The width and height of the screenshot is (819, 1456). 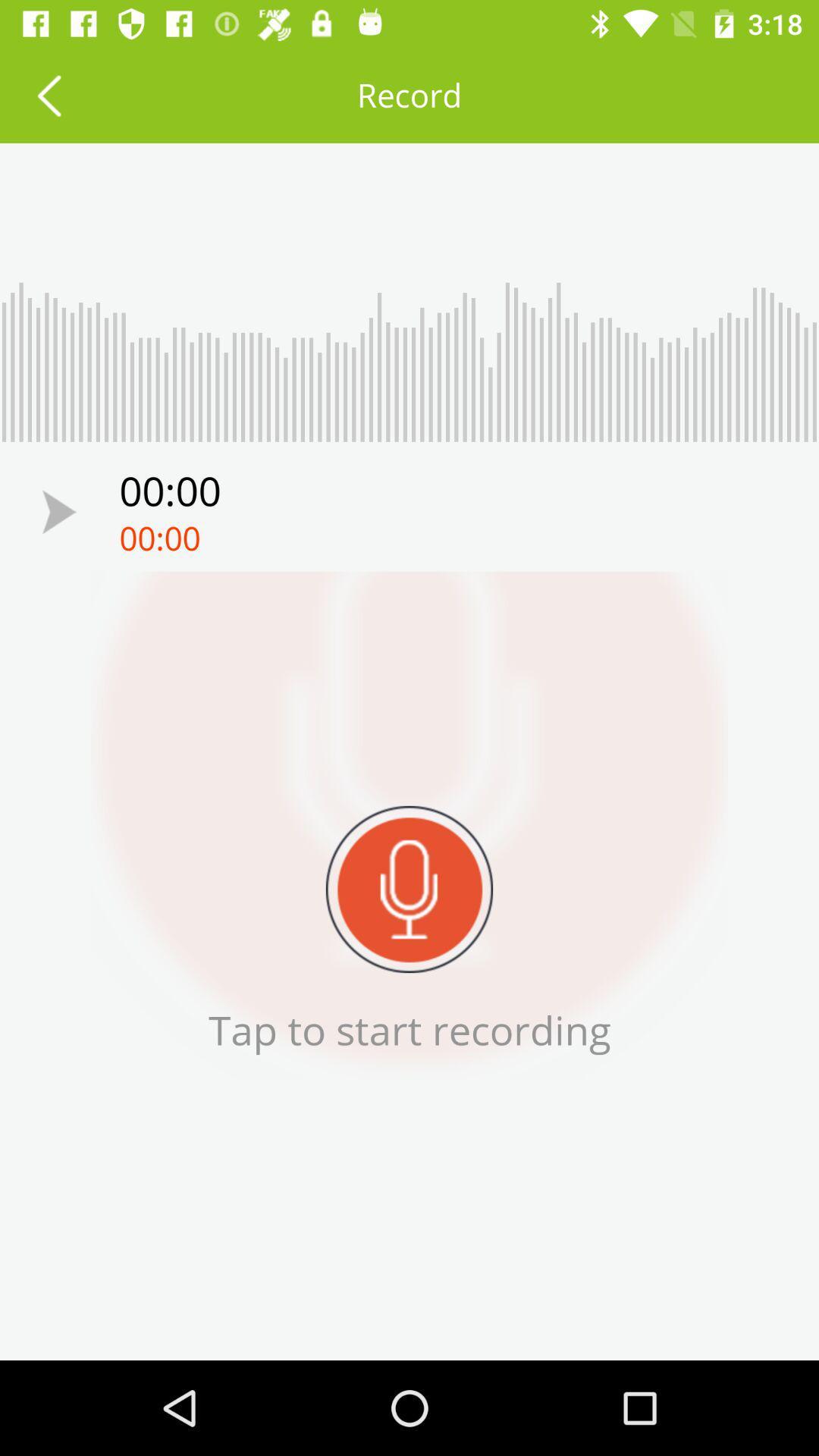 What do you see at coordinates (48, 94) in the screenshot?
I see `icon to the left of record` at bounding box center [48, 94].